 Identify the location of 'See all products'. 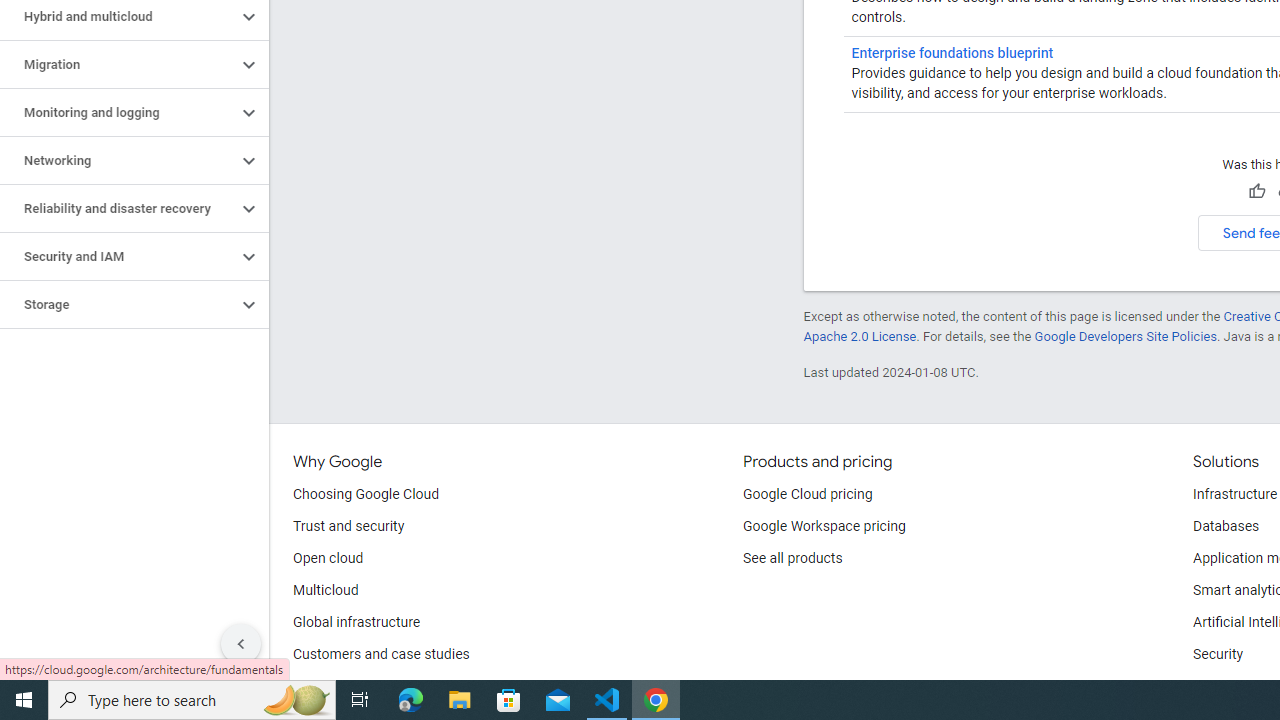
(791, 559).